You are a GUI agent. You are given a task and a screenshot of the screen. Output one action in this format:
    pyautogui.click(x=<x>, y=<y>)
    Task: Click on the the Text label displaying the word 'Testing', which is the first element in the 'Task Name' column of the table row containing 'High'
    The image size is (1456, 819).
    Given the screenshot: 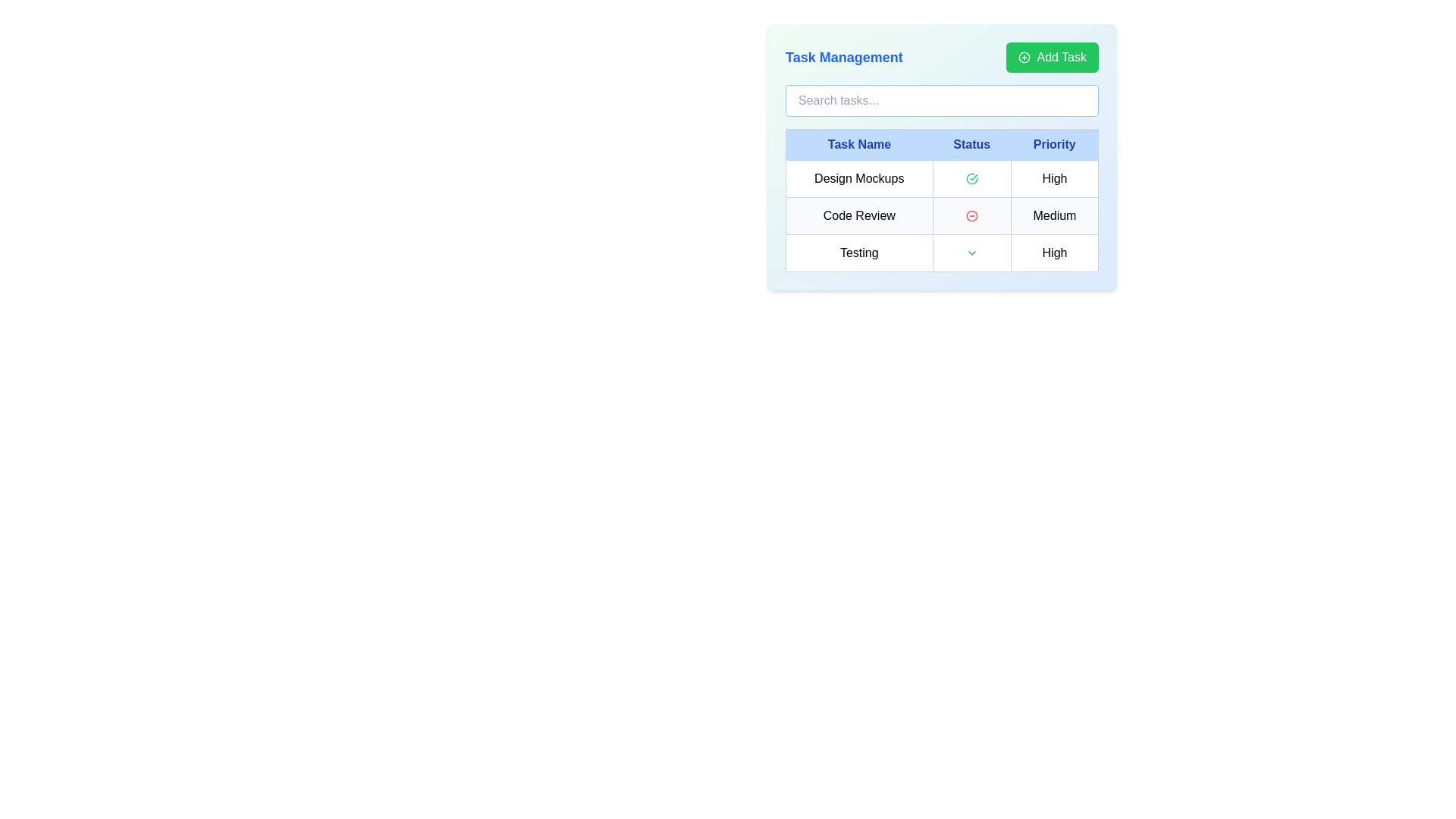 What is the action you would take?
    pyautogui.click(x=859, y=253)
    